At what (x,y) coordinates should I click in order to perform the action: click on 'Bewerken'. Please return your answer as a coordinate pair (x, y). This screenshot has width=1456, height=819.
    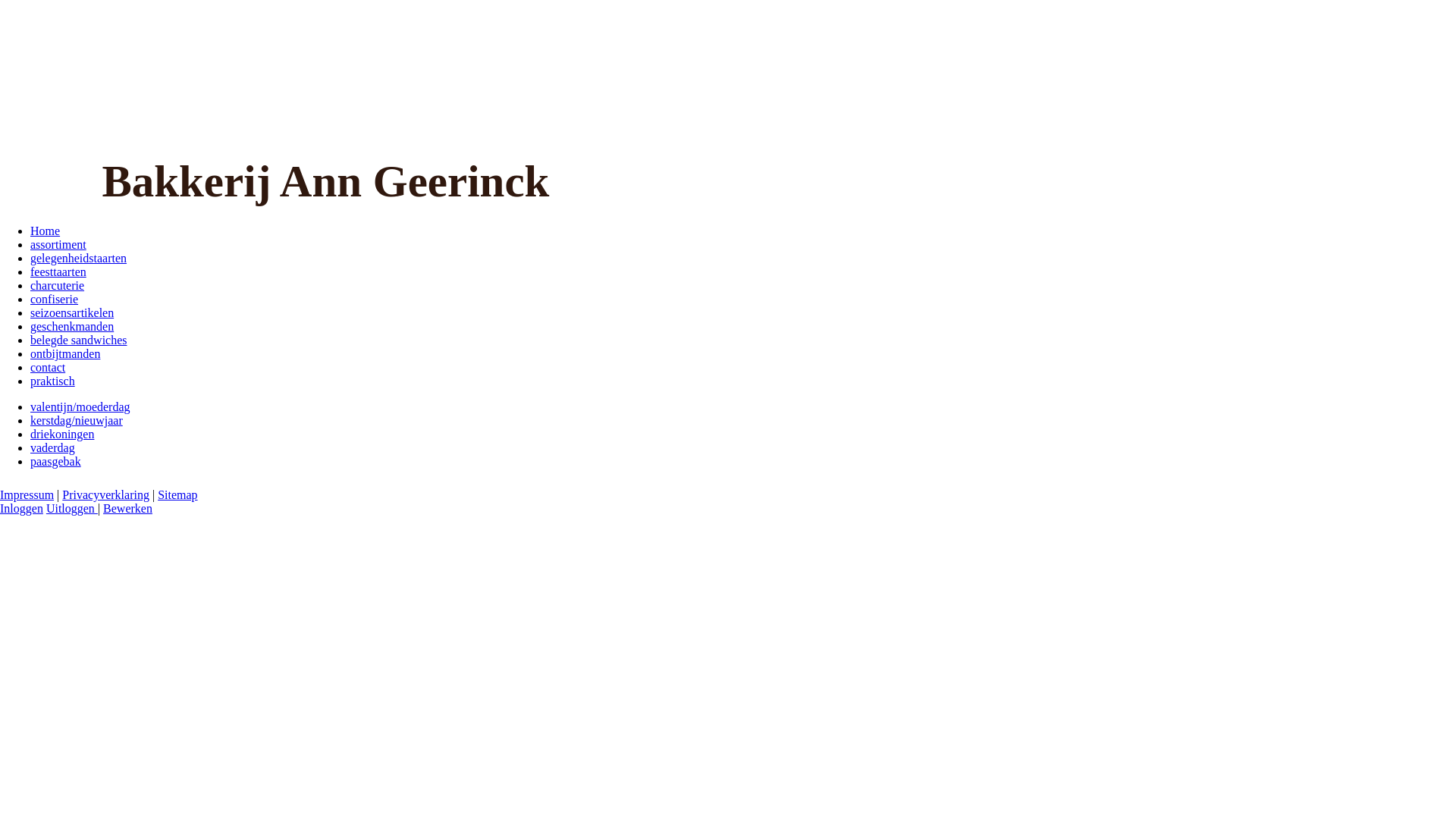
    Looking at the image, I should click on (127, 508).